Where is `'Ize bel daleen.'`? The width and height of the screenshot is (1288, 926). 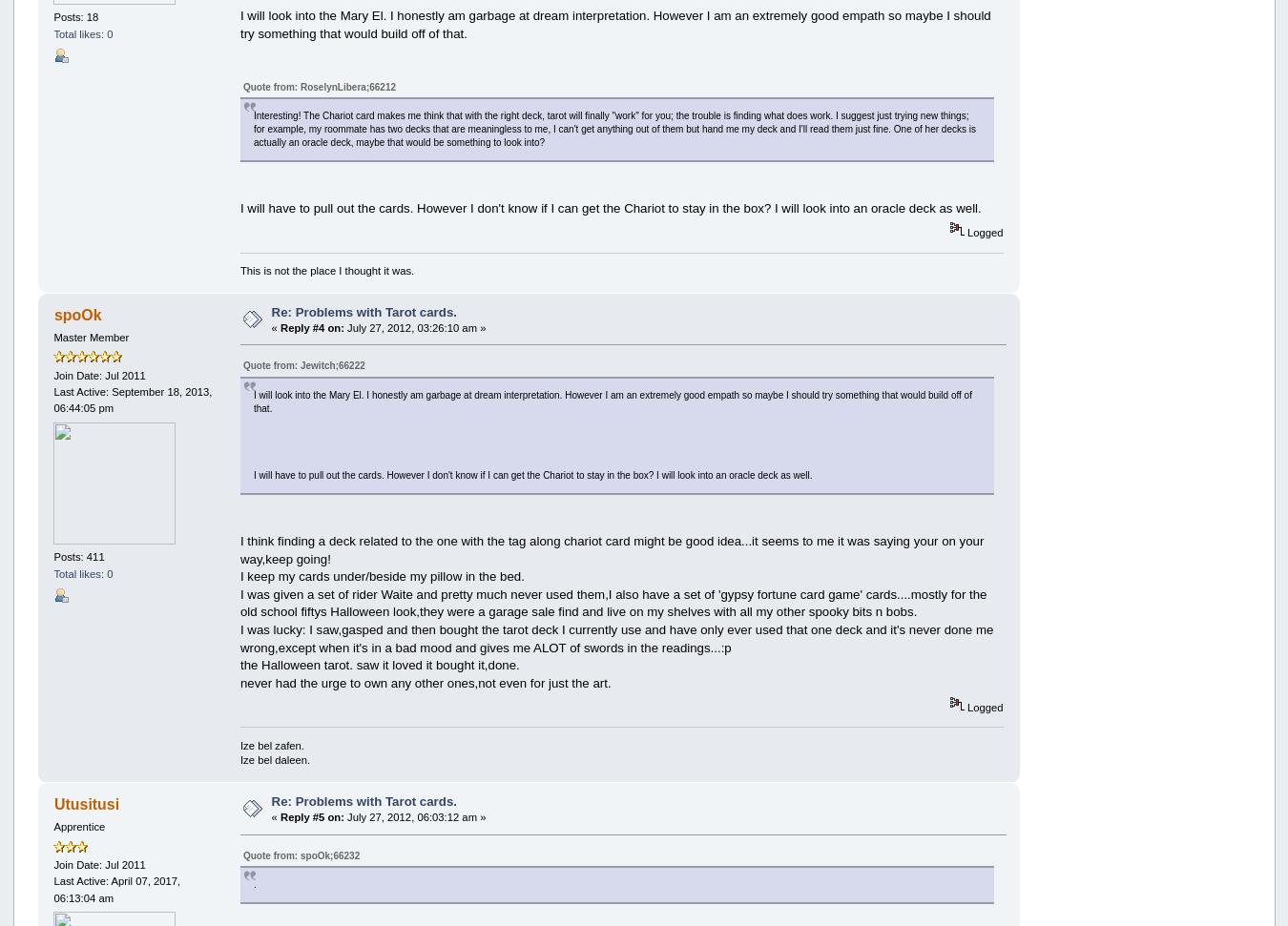 'Ize bel daleen.' is located at coordinates (273, 759).